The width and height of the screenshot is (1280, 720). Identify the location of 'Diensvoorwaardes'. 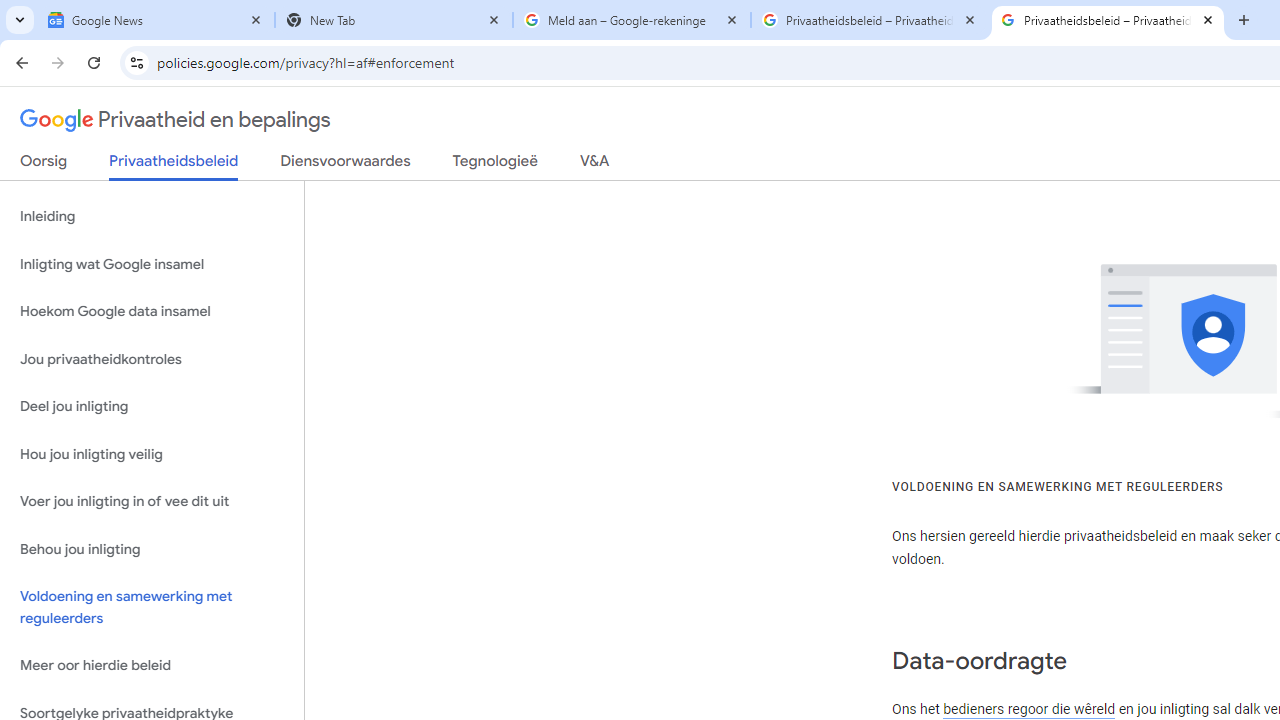
(345, 164).